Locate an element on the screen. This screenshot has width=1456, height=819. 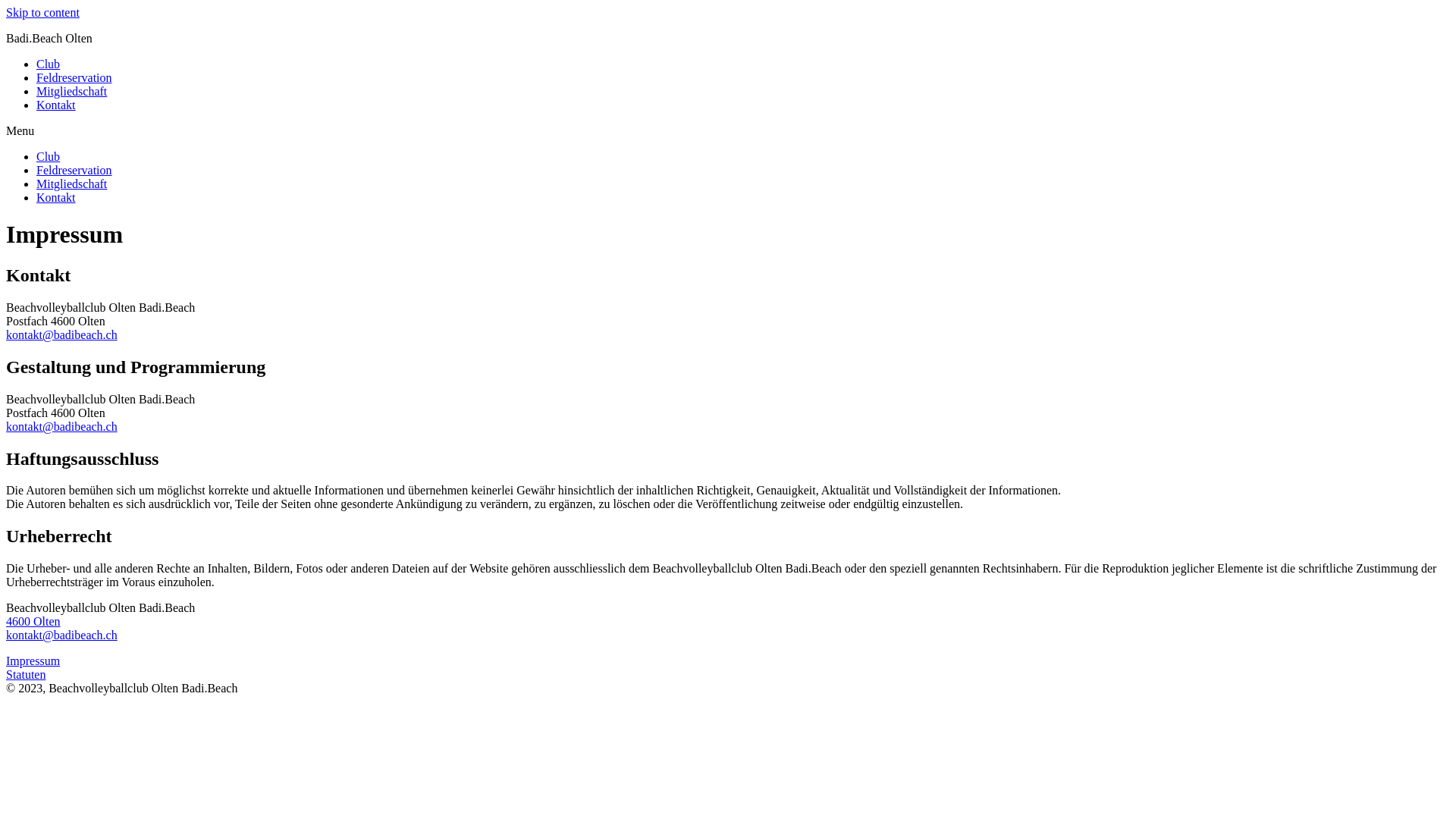
'kontakt@badibeach.ch' is located at coordinates (61, 334).